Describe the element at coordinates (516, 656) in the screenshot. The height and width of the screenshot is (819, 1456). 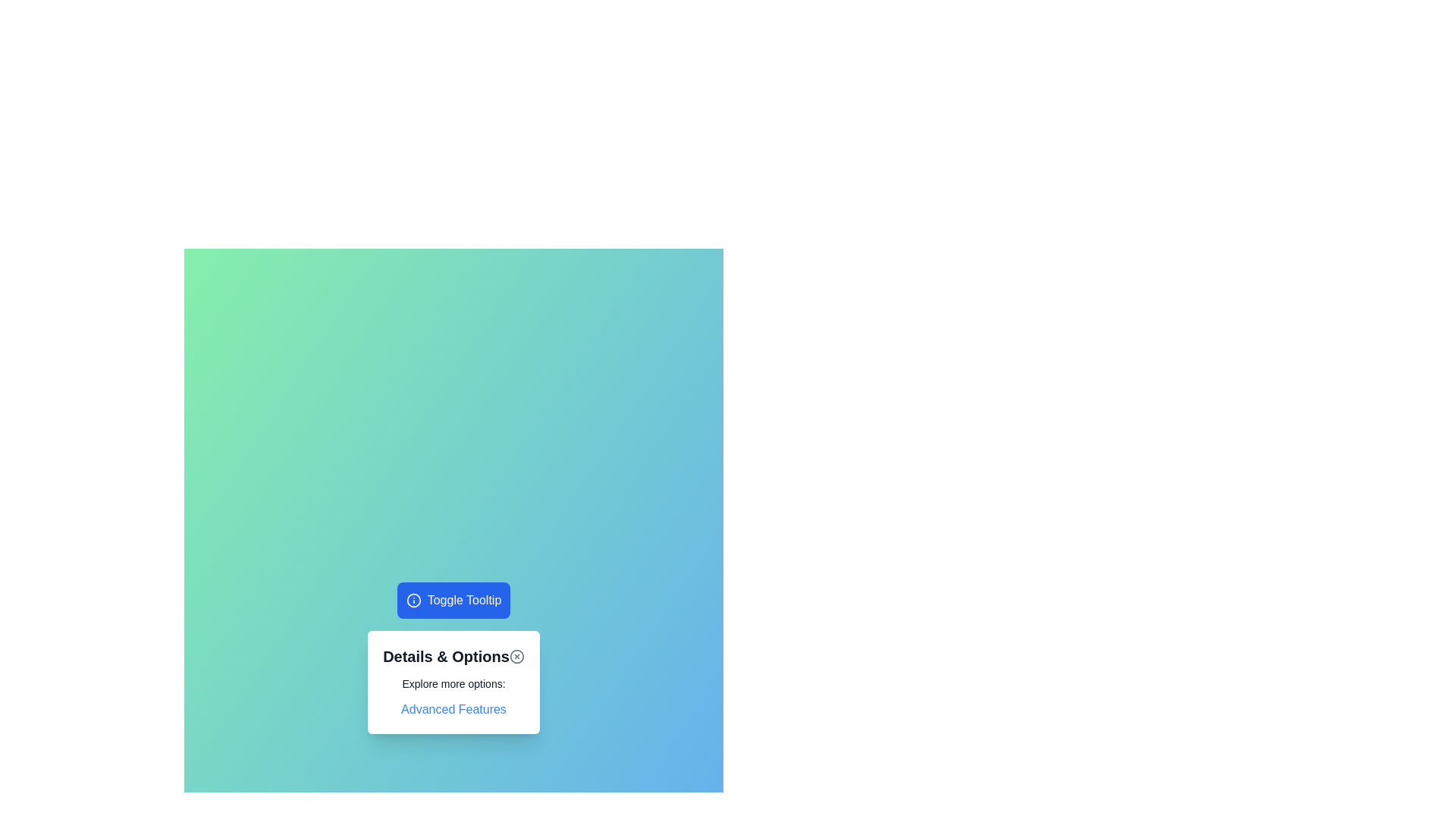
I see `the circular icon with a thin border that is part of the 'Details & Options' graphical icon` at that location.